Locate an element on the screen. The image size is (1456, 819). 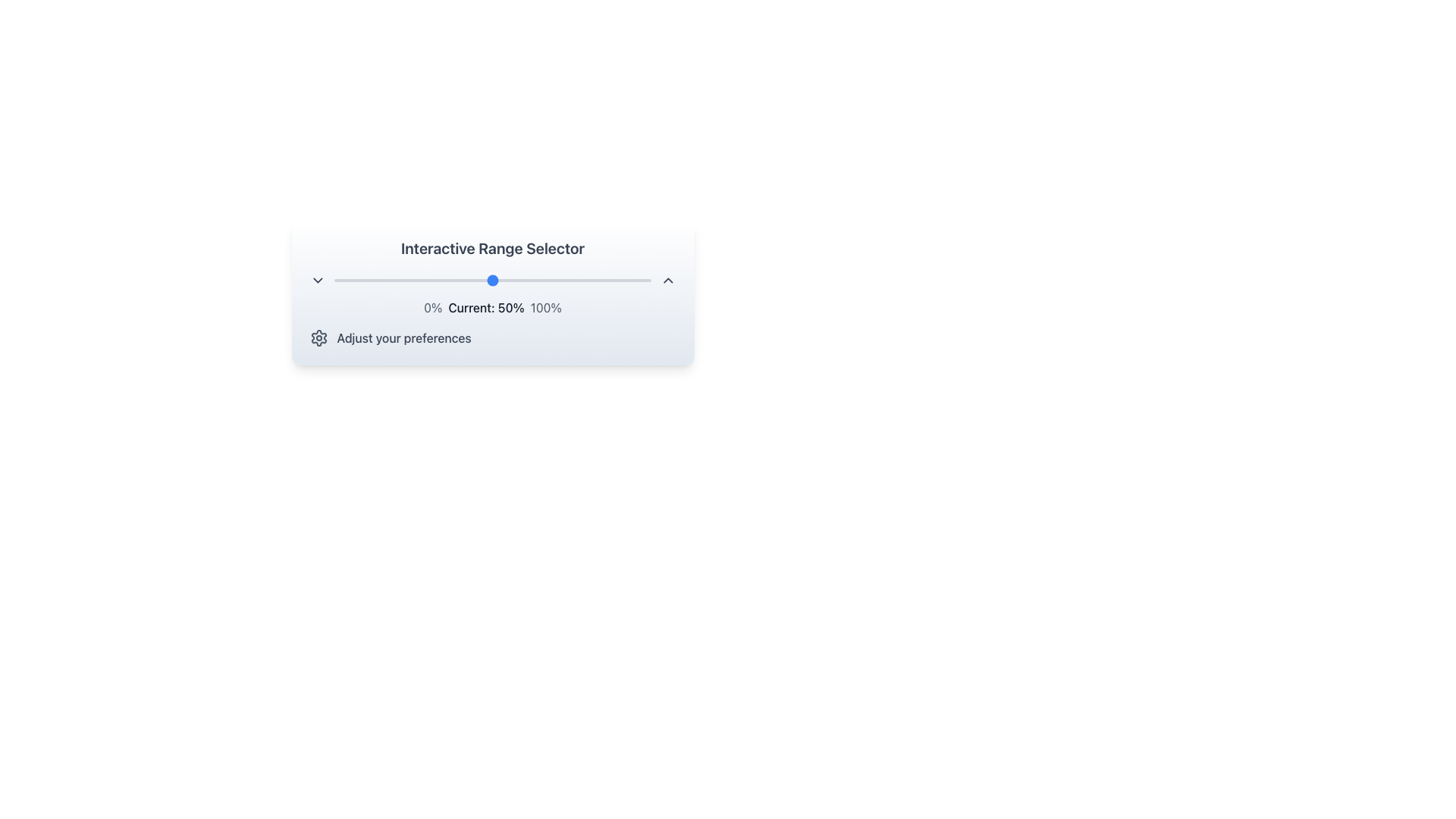
the slider value is located at coordinates (587, 281).